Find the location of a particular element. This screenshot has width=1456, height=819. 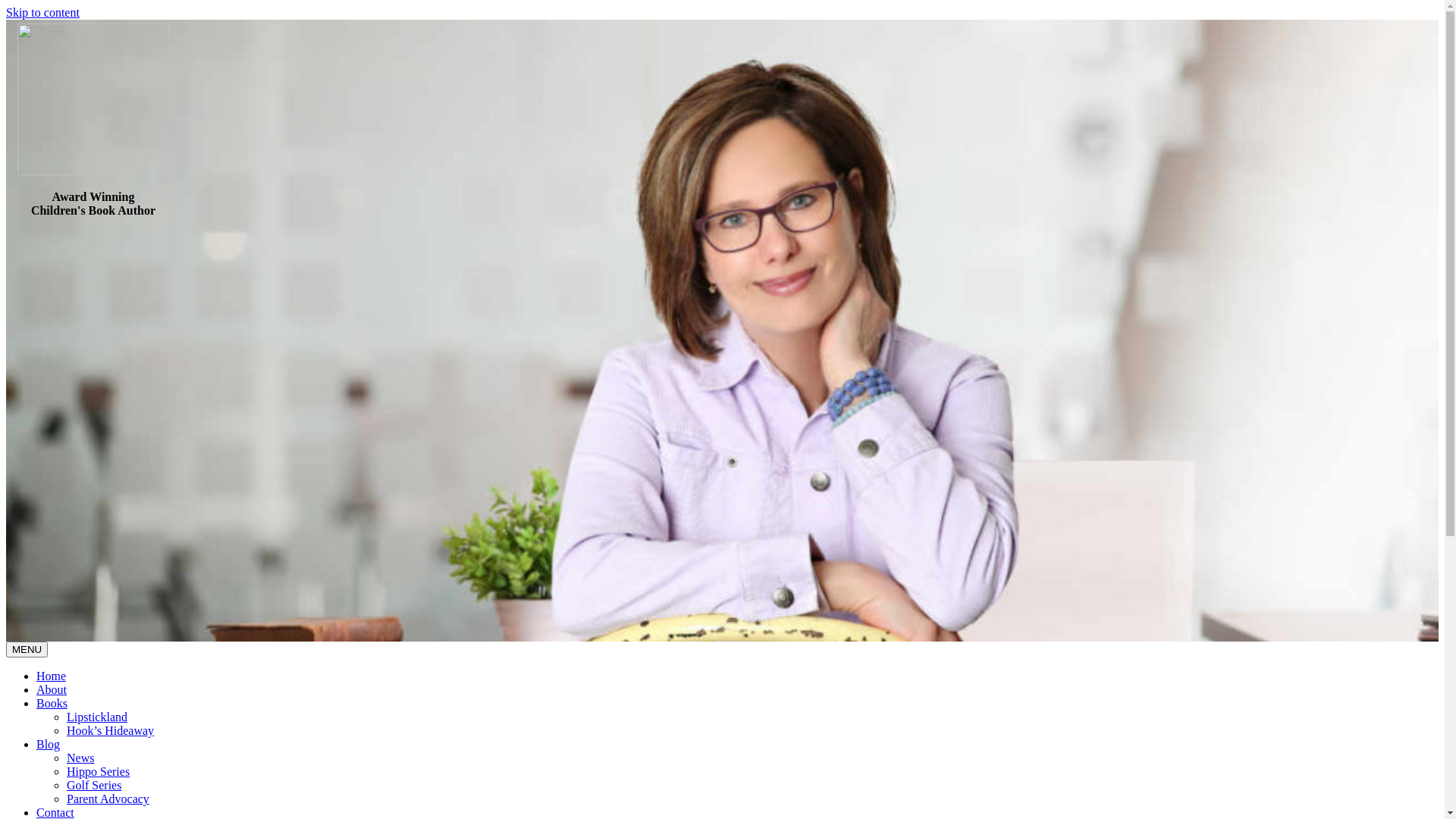

'Blog' is located at coordinates (48, 743).